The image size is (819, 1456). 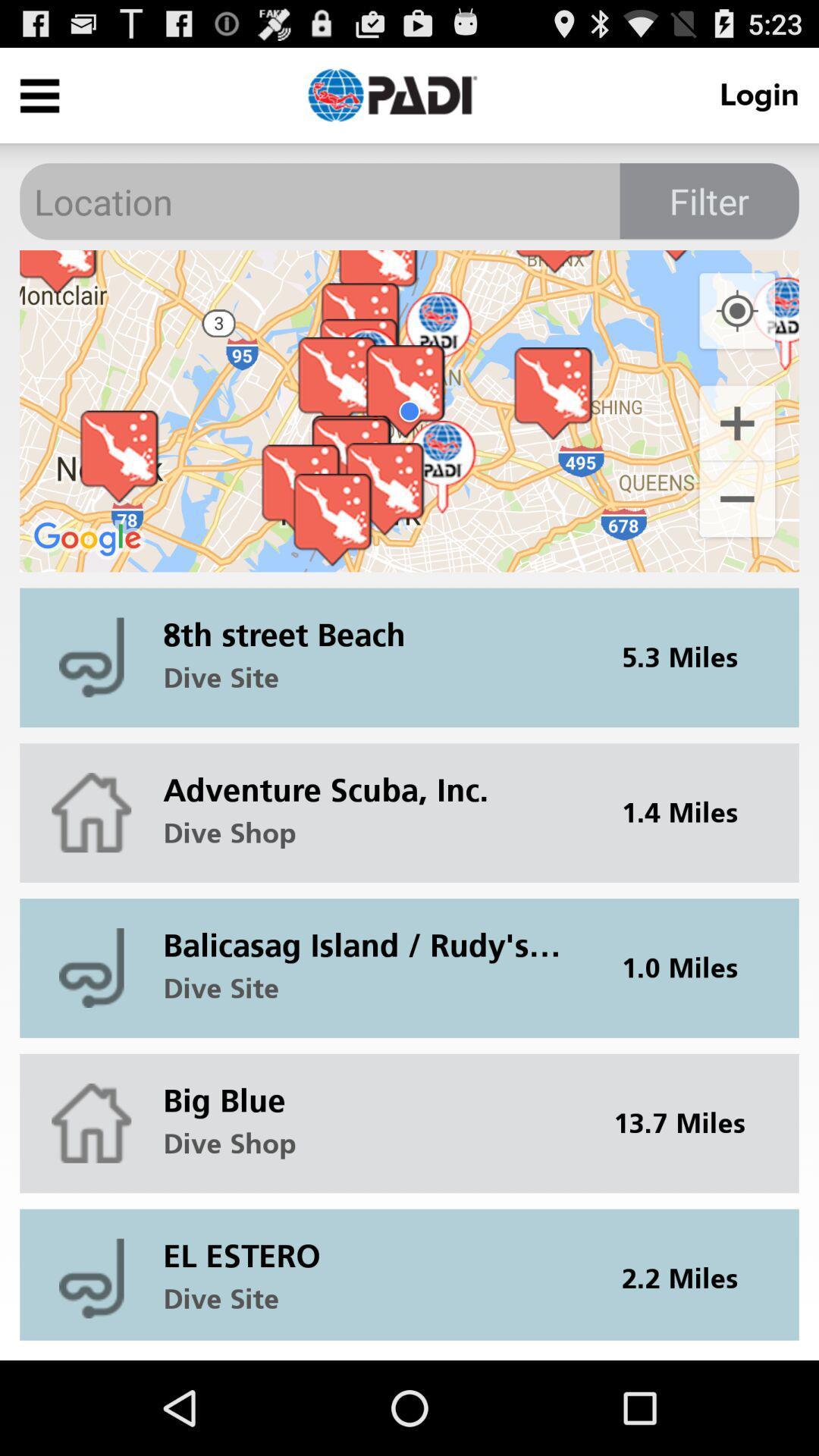 I want to click on adventure scuba, inc., so click(x=372, y=778).